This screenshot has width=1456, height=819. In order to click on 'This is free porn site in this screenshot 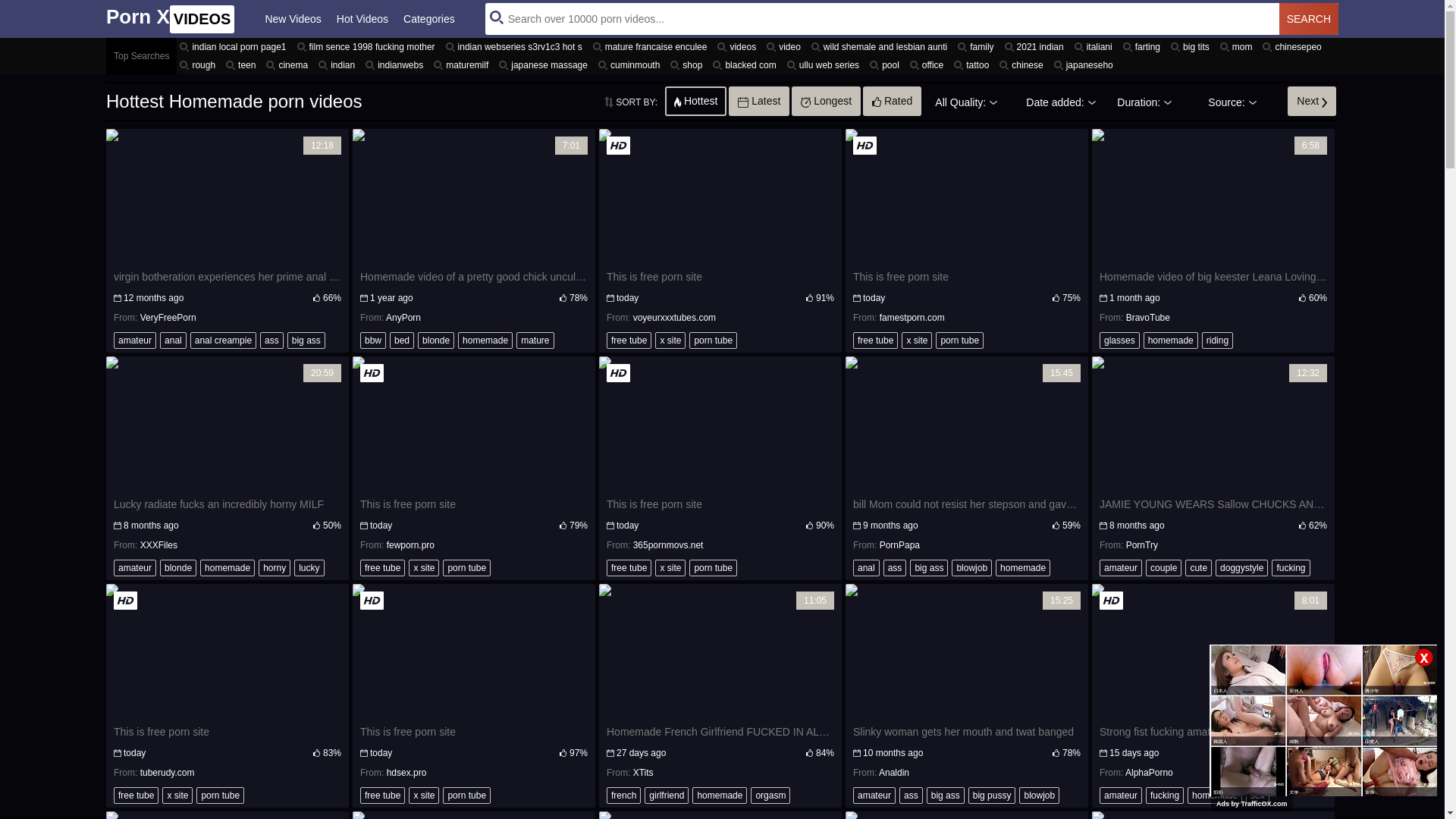, I will do `click(720, 218)`.